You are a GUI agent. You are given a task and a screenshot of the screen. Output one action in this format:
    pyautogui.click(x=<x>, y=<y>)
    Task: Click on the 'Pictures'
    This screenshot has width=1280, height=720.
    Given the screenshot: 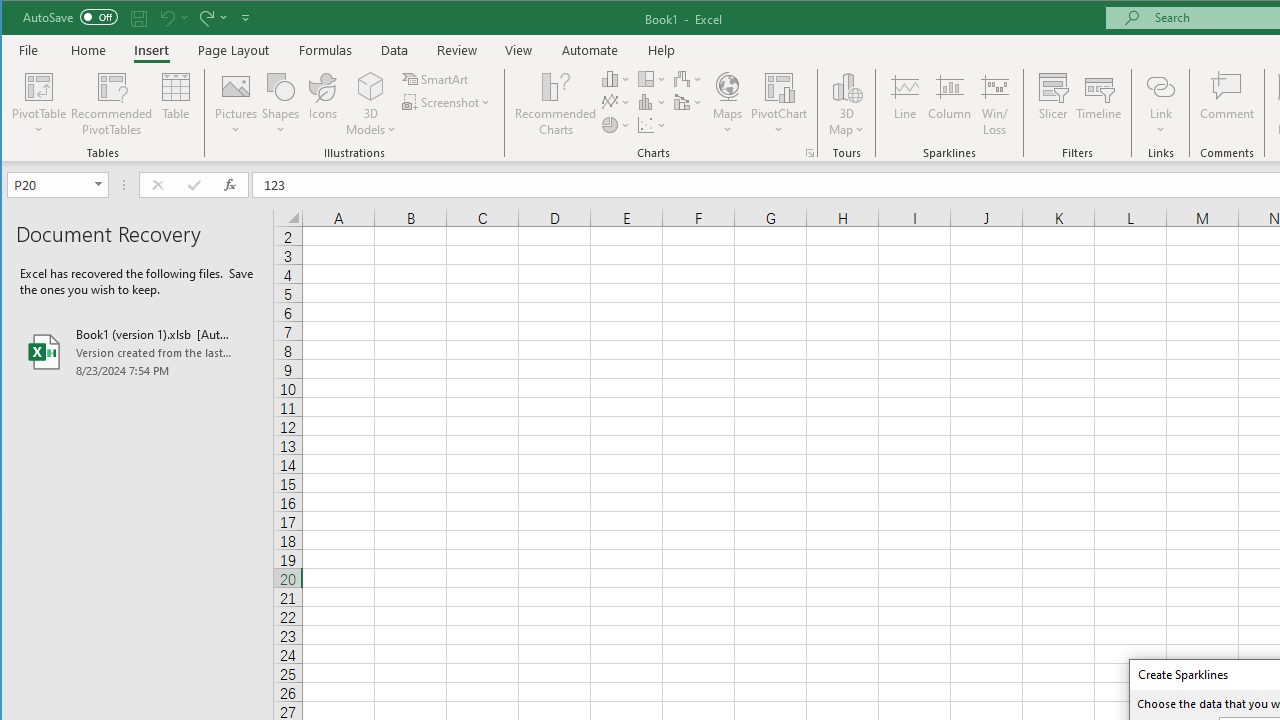 What is the action you would take?
    pyautogui.click(x=236, y=104)
    